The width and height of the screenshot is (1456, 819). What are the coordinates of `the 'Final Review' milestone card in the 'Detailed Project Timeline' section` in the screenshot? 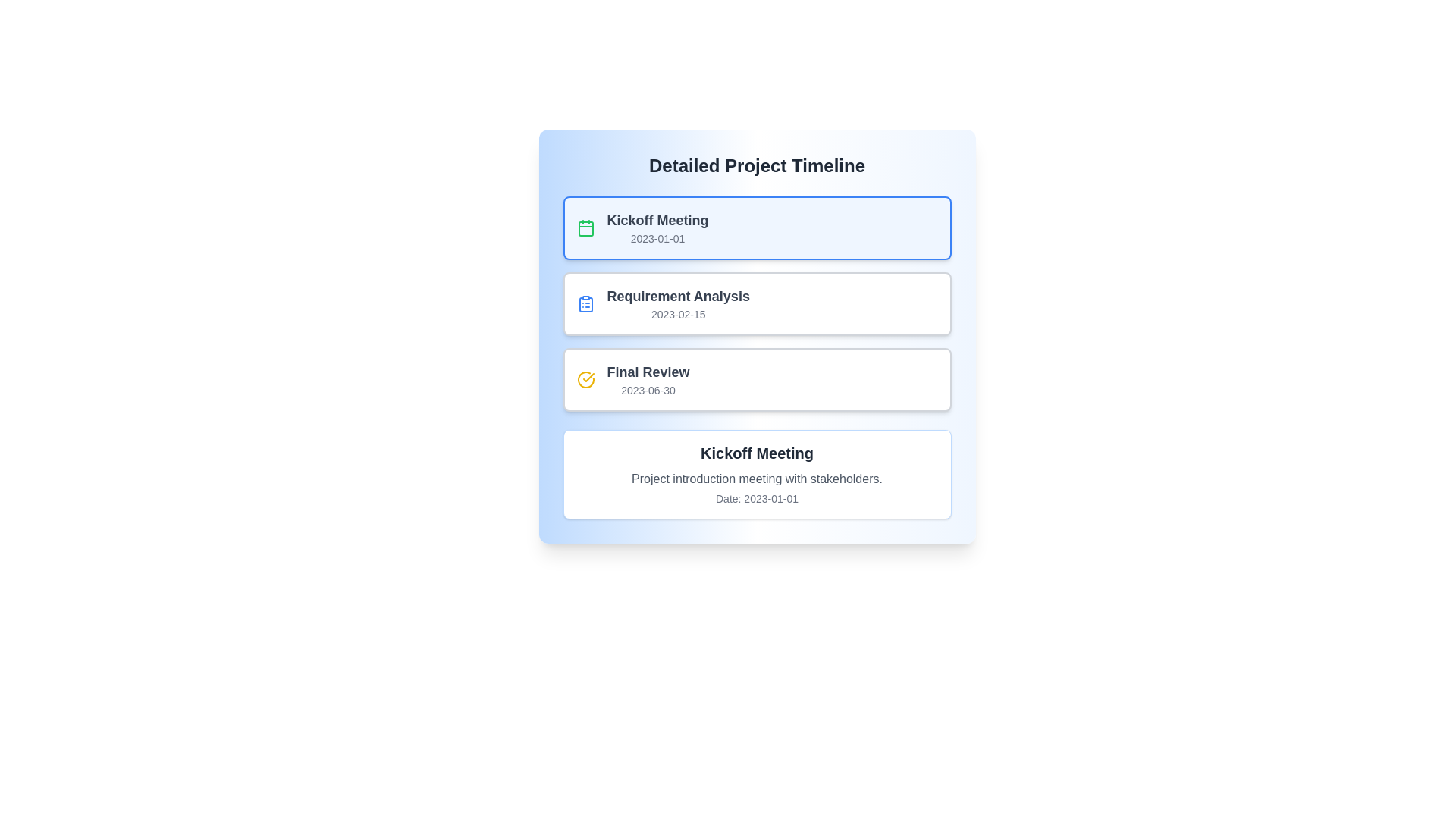 It's located at (757, 379).